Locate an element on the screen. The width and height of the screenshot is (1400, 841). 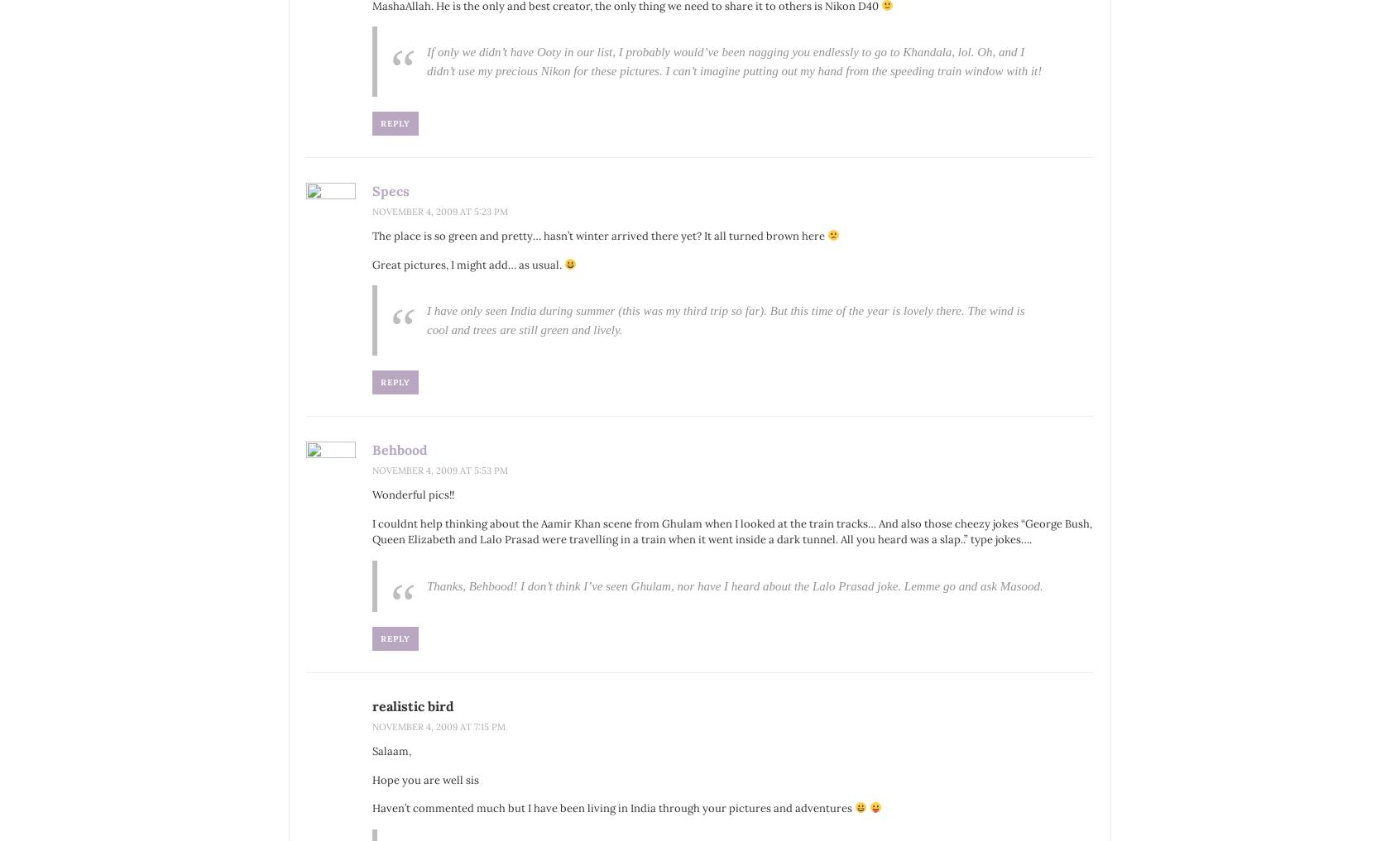
'If only we didn’t have Ooty in our list, I probably would’ve been nagging you endlessly to go to Khandala, lol. Oh, and I didn’t use my precious Nikon for these pictures. I can’t imagine putting out my hand from the speeding train window with it!' is located at coordinates (733, 61).